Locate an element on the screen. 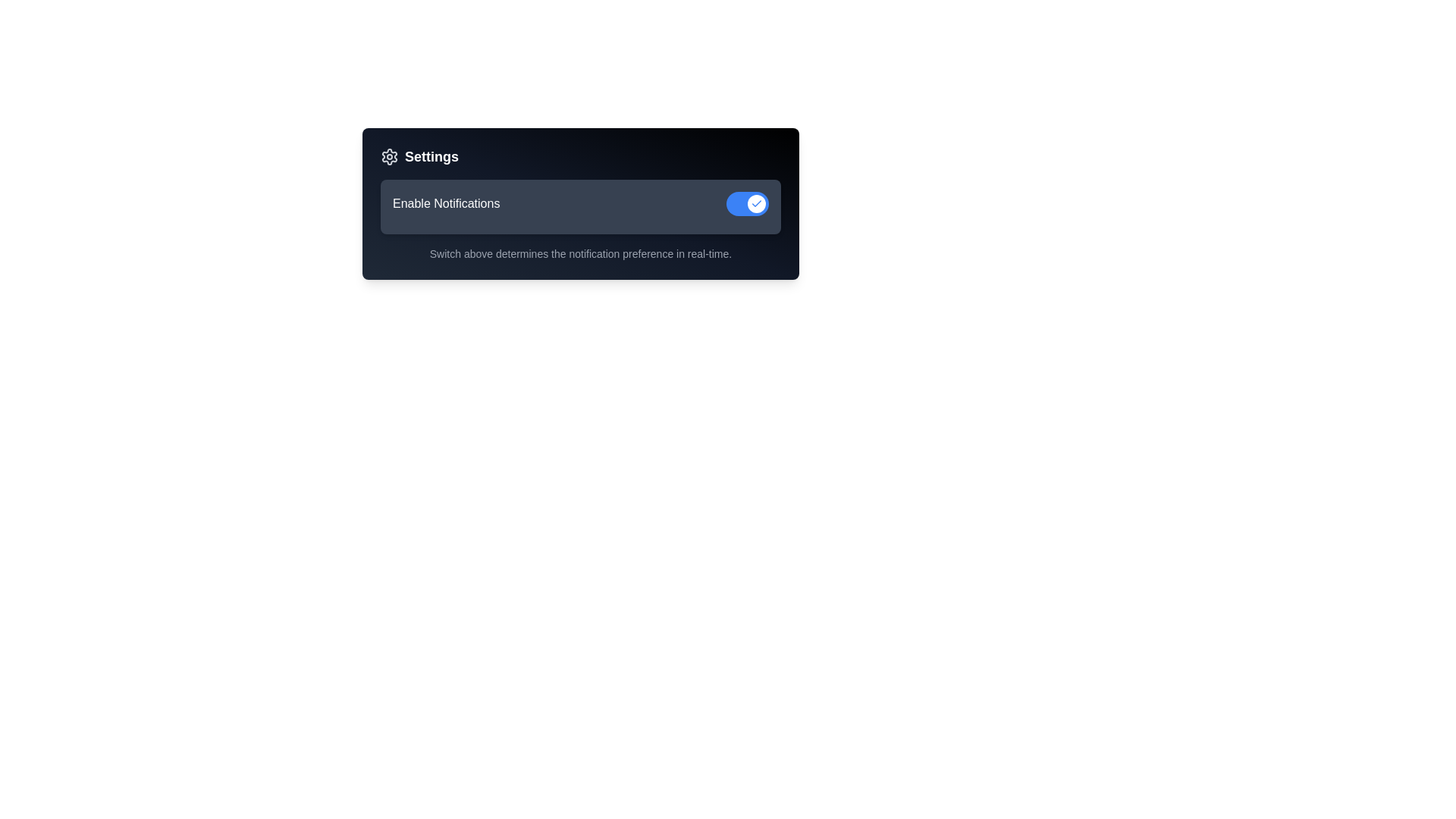 The width and height of the screenshot is (1456, 819). the Text label located in the top portion of the card-like layout, which serves as a heading and is positioned to the right of a gear icon is located at coordinates (431, 157).